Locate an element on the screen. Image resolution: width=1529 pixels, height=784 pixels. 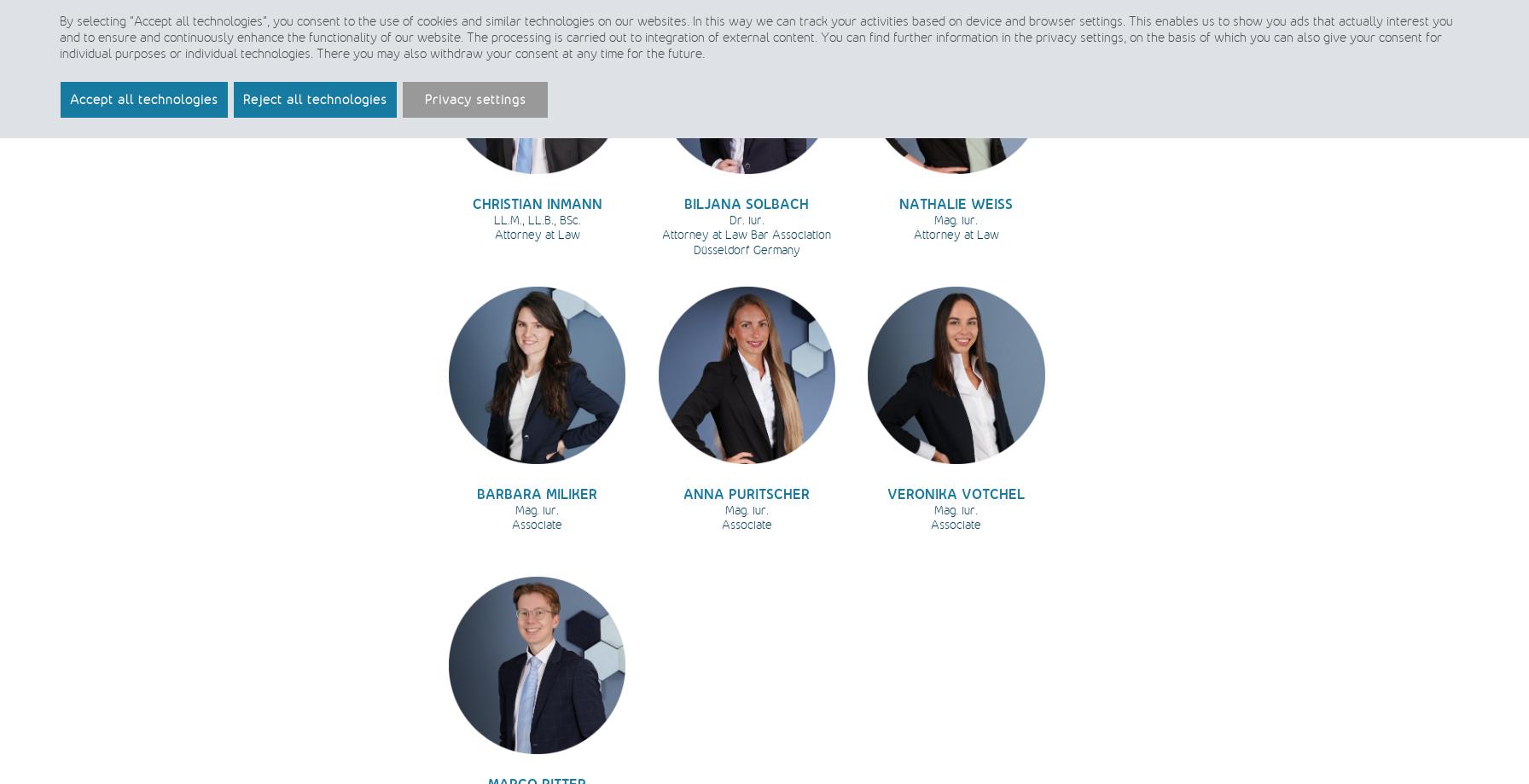
'BILJANA SOLBACH' is located at coordinates (747, 203).